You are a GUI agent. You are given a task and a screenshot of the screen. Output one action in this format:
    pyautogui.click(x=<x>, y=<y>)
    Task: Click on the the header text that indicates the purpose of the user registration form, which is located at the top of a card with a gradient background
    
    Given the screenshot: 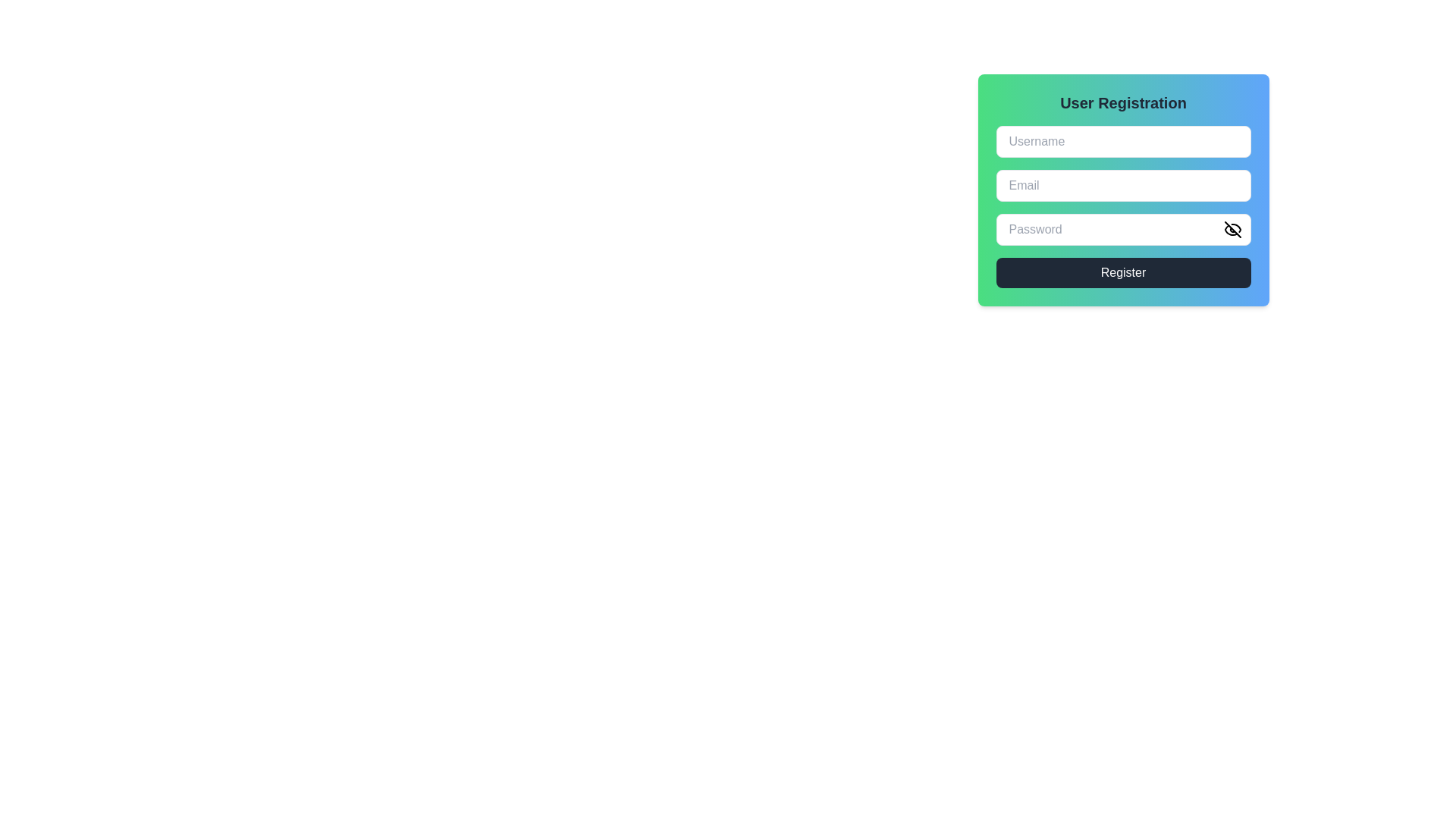 What is the action you would take?
    pyautogui.click(x=1123, y=102)
    